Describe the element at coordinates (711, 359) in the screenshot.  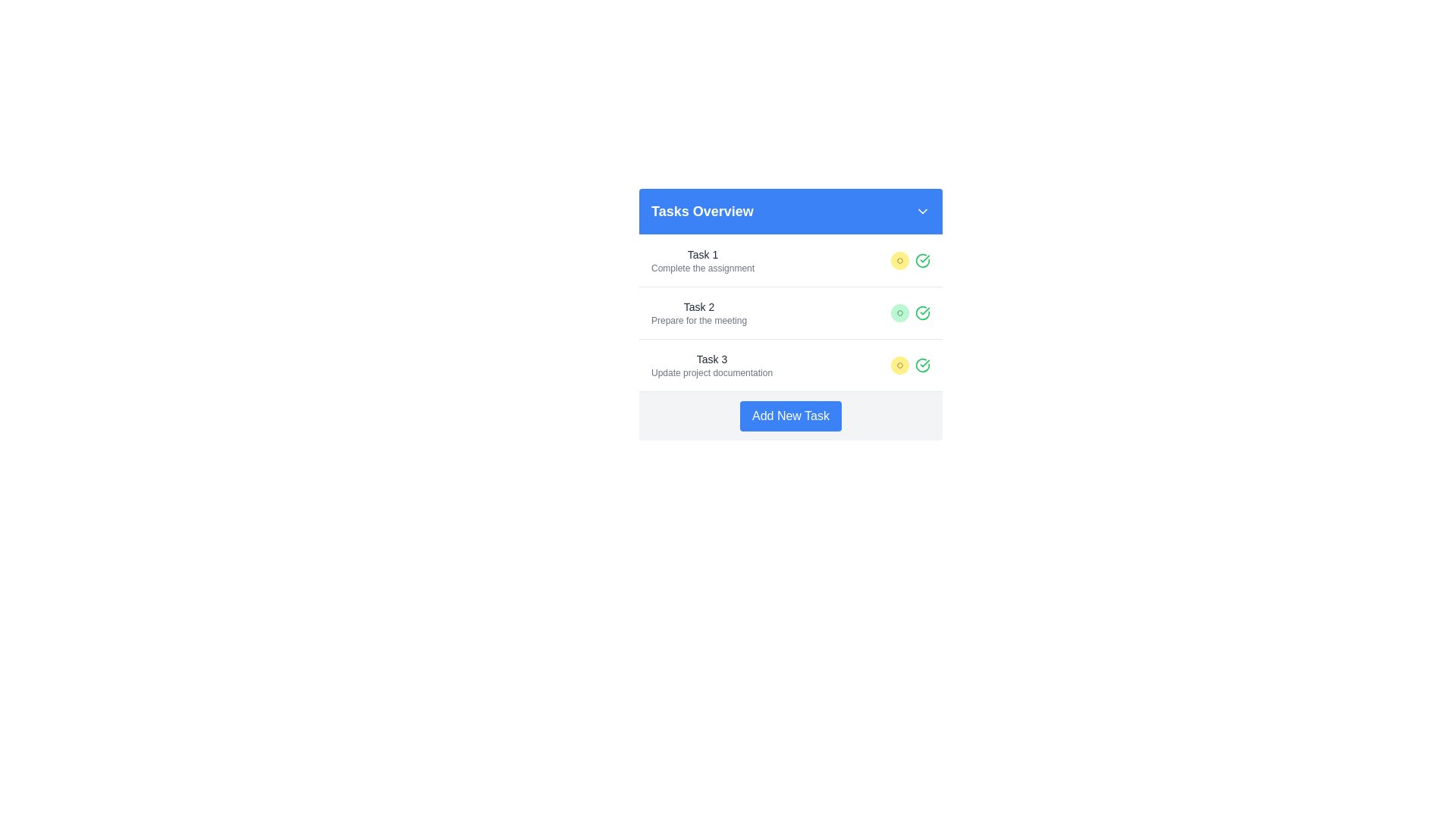
I see `text of the Text label that titles the third task in the 'Tasks Overview' section, located above the description 'Update project documentation'` at that location.